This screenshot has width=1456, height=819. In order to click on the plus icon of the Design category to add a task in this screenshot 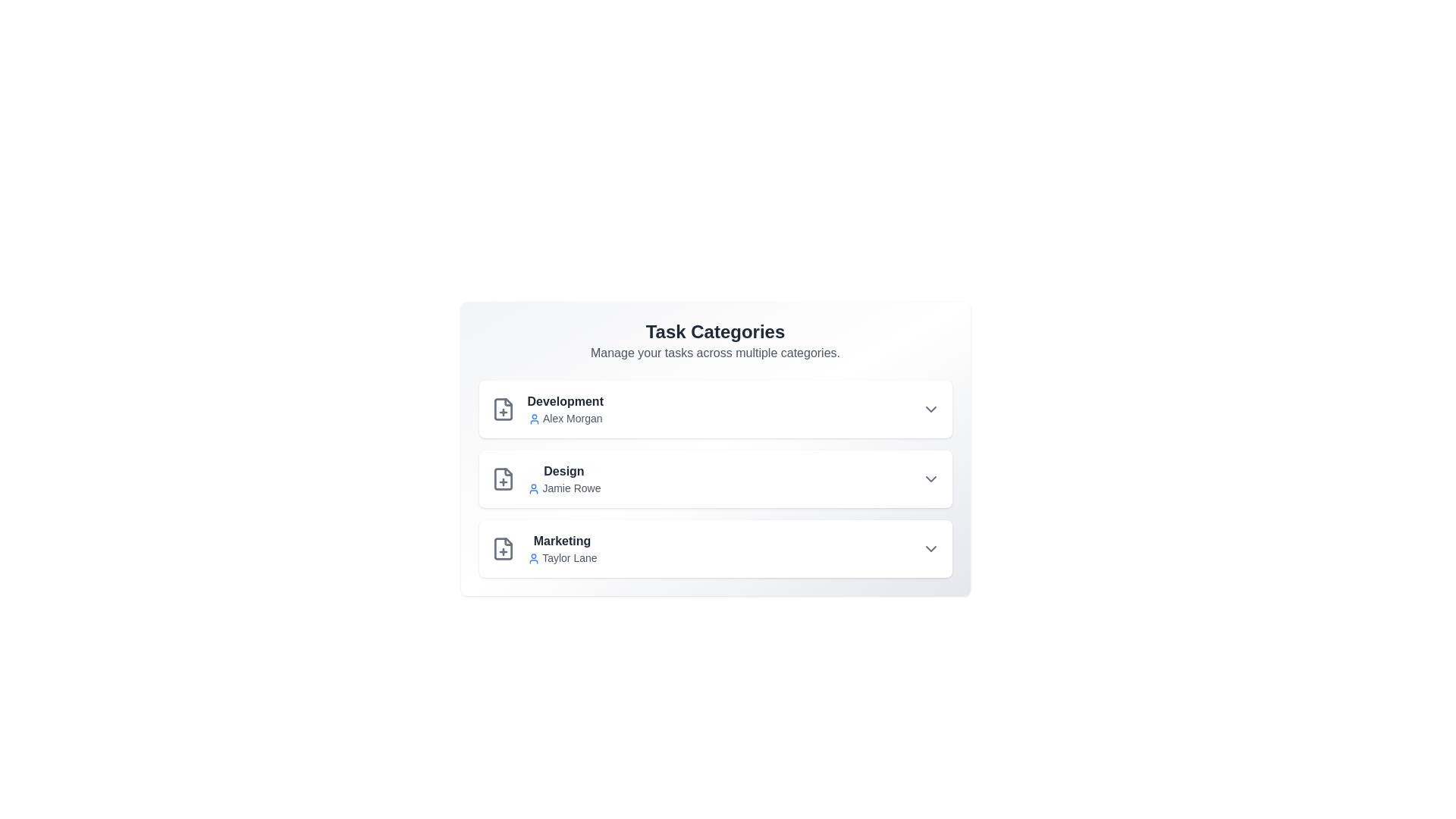, I will do `click(503, 479)`.